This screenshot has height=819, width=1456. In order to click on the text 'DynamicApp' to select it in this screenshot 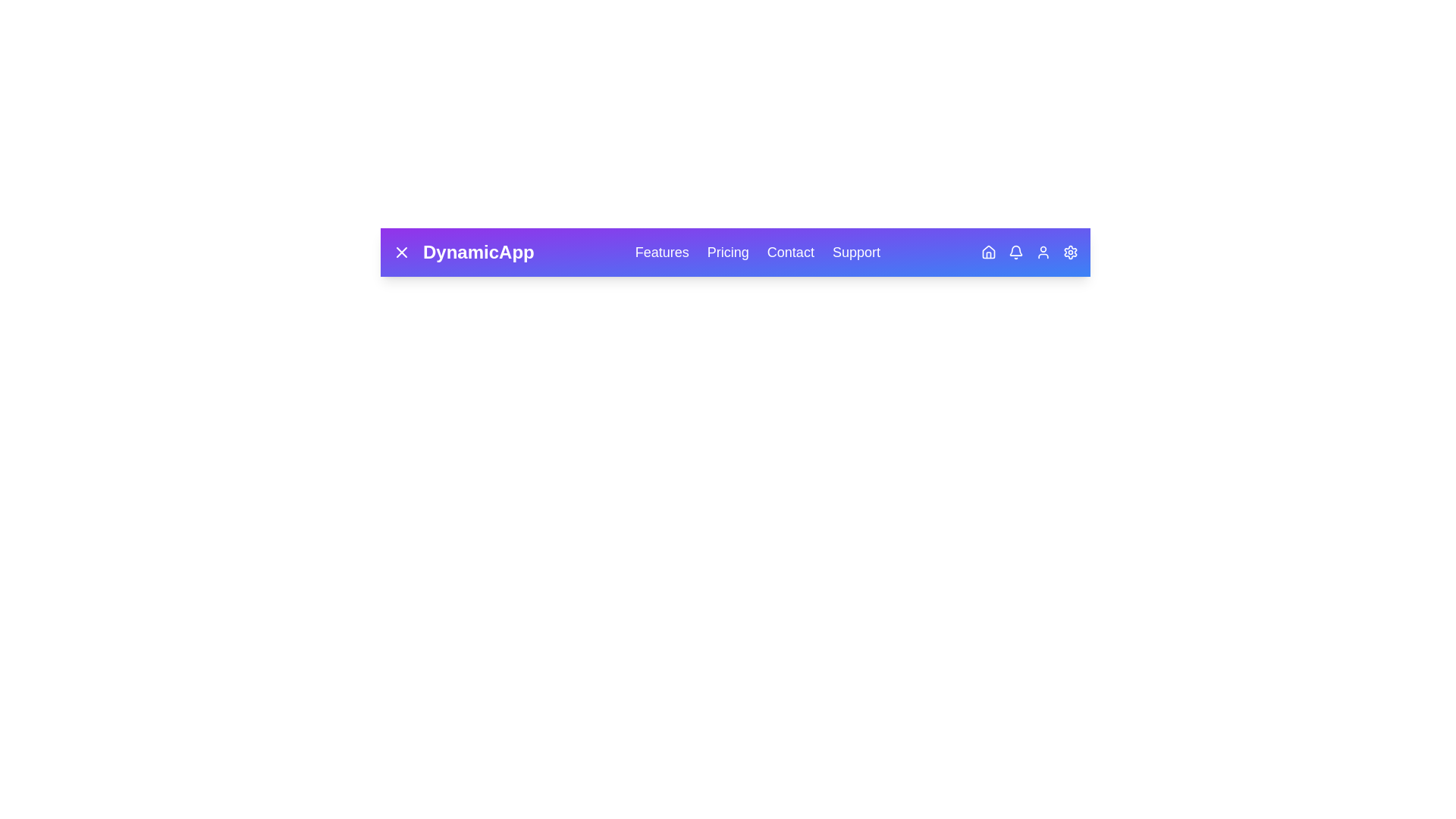, I will do `click(462, 251)`.